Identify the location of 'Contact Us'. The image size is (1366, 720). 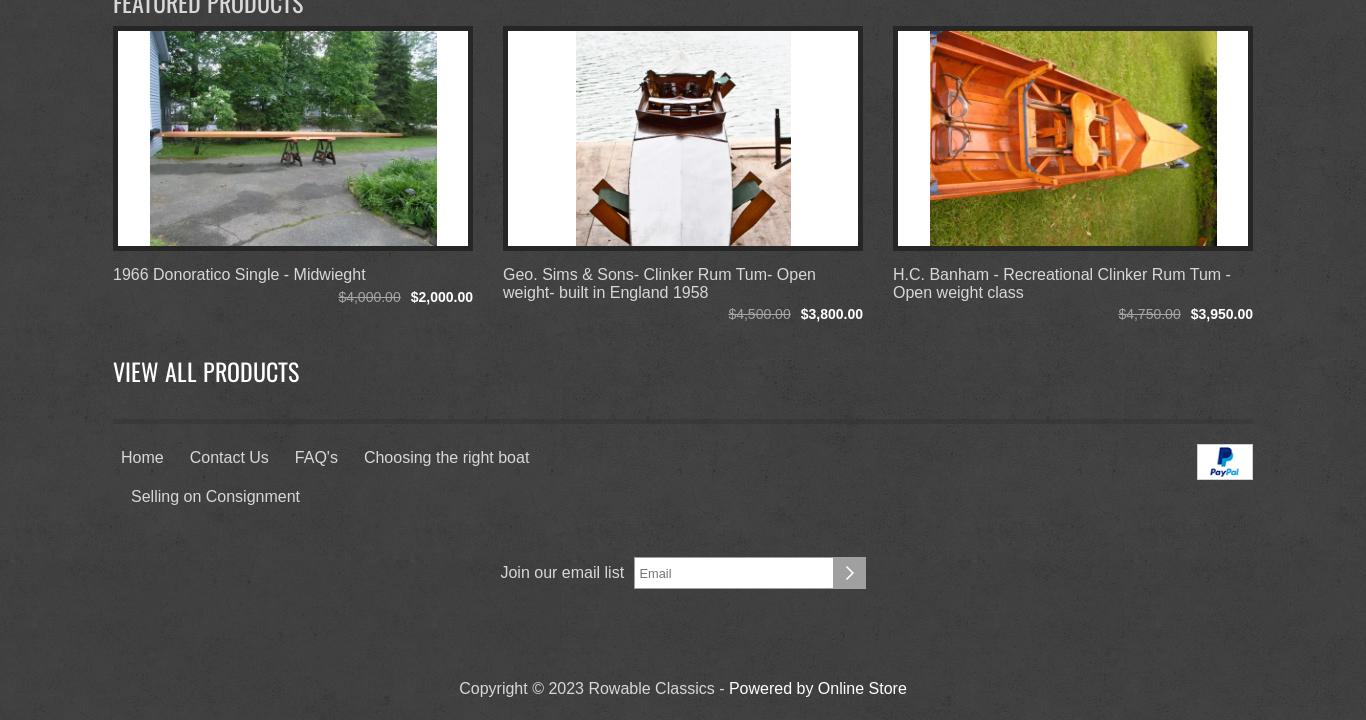
(228, 457).